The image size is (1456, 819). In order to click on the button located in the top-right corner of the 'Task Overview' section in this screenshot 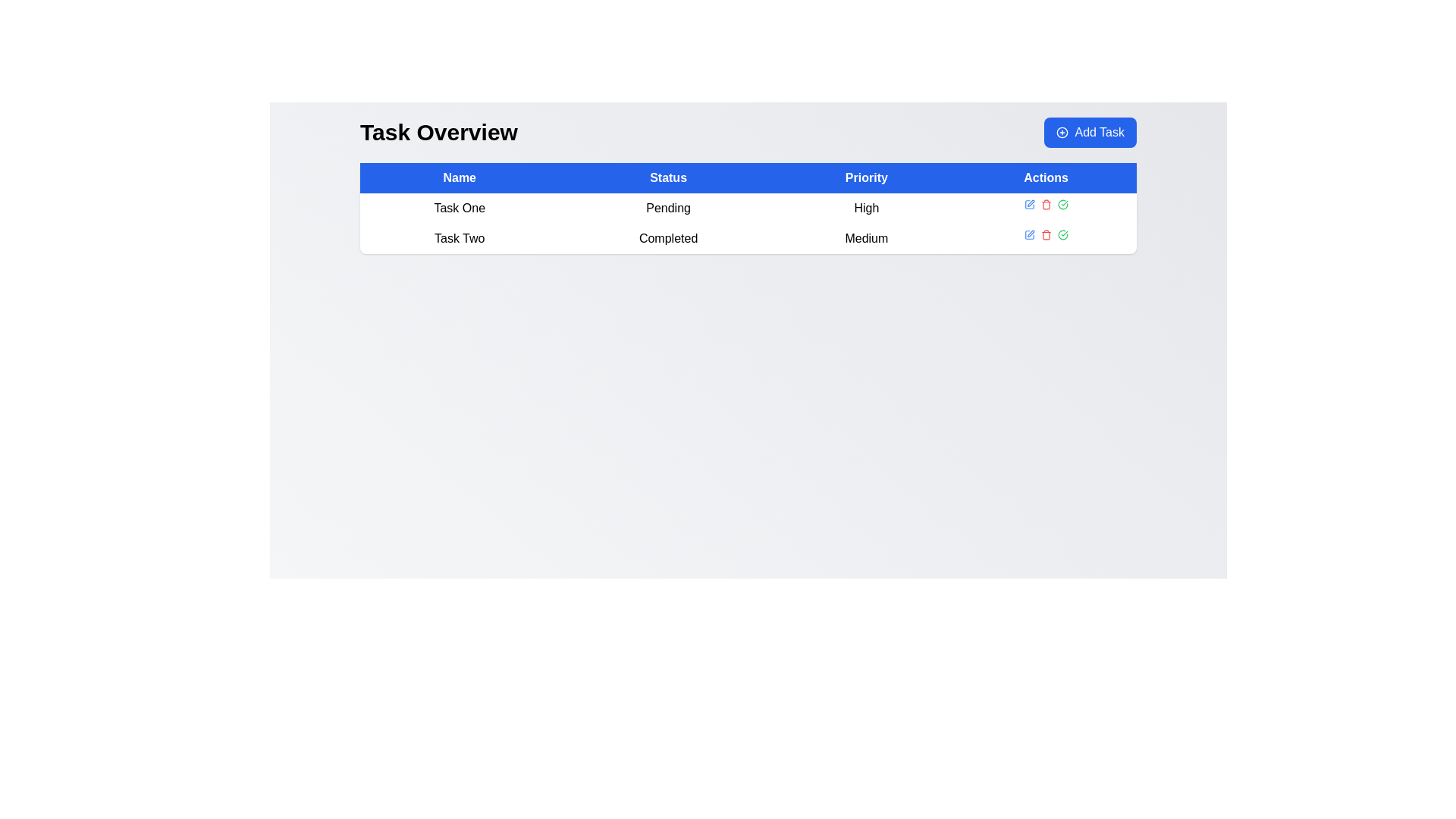, I will do `click(1090, 131)`.